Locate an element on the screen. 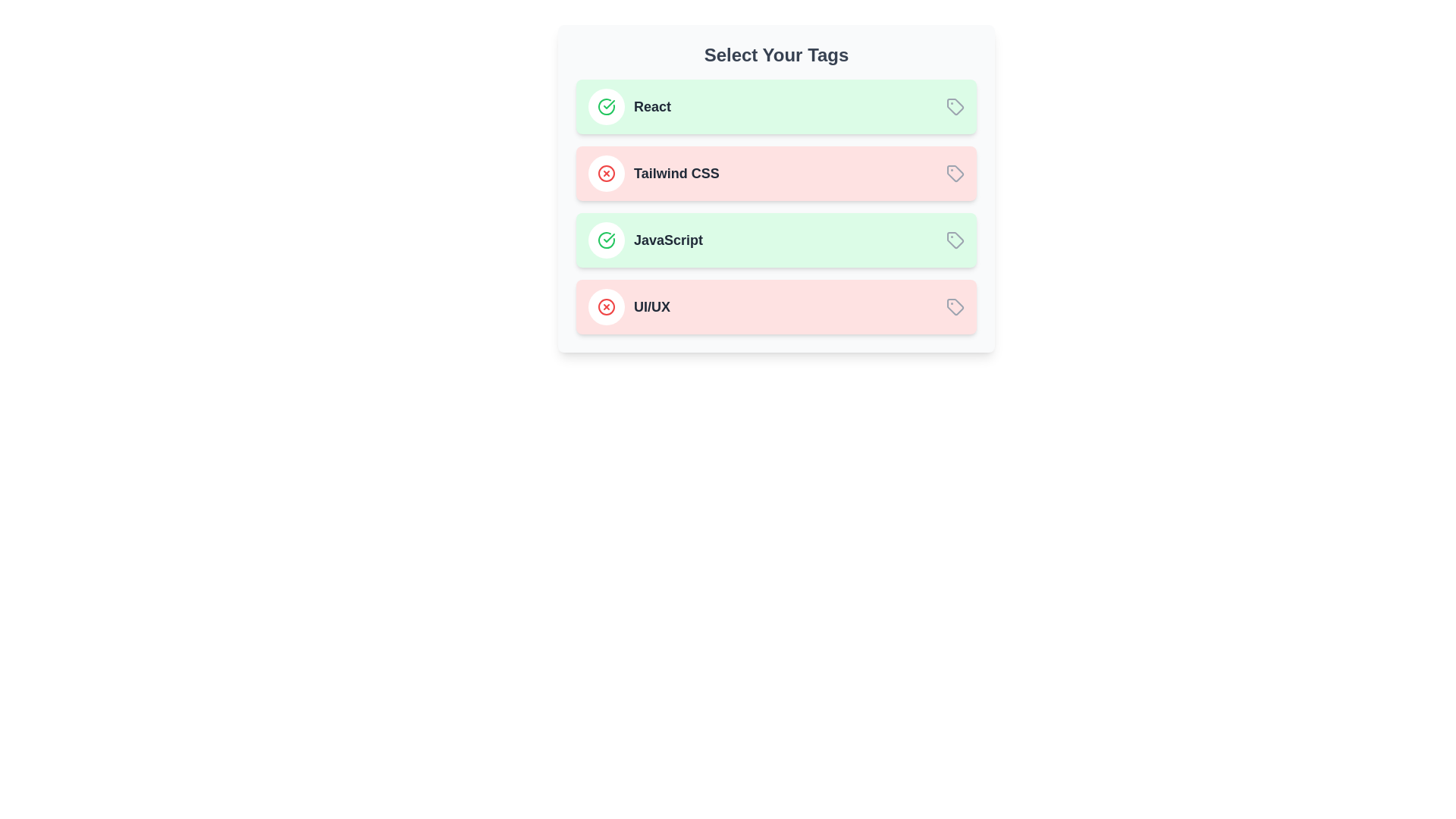 The image size is (1456, 819). the text label displaying 'JavaScript' which is styled in bold, black font is located at coordinates (667, 239).